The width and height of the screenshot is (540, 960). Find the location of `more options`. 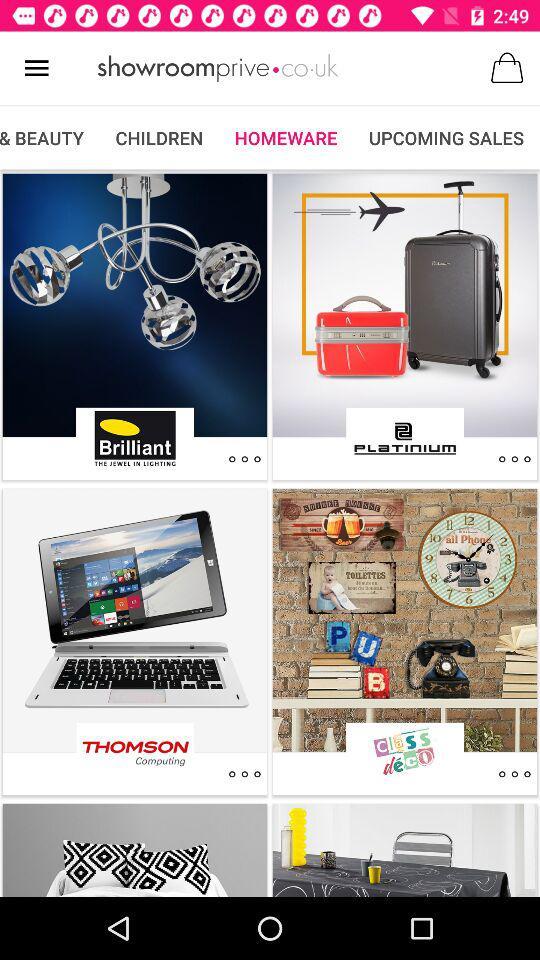

more options is located at coordinates (514, 773).